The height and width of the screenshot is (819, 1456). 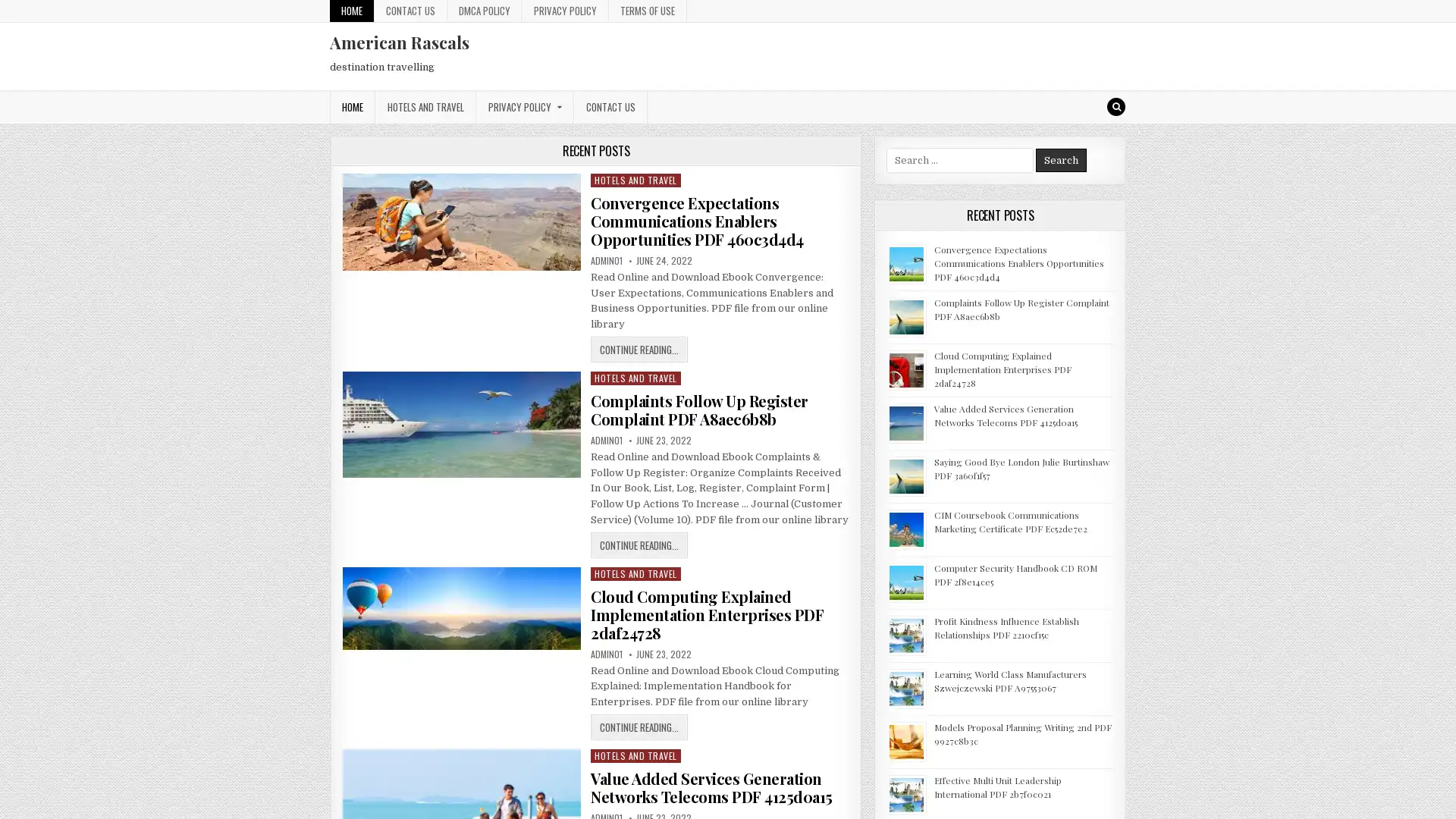 I want to click on Search, so click(x=1060, y=160).